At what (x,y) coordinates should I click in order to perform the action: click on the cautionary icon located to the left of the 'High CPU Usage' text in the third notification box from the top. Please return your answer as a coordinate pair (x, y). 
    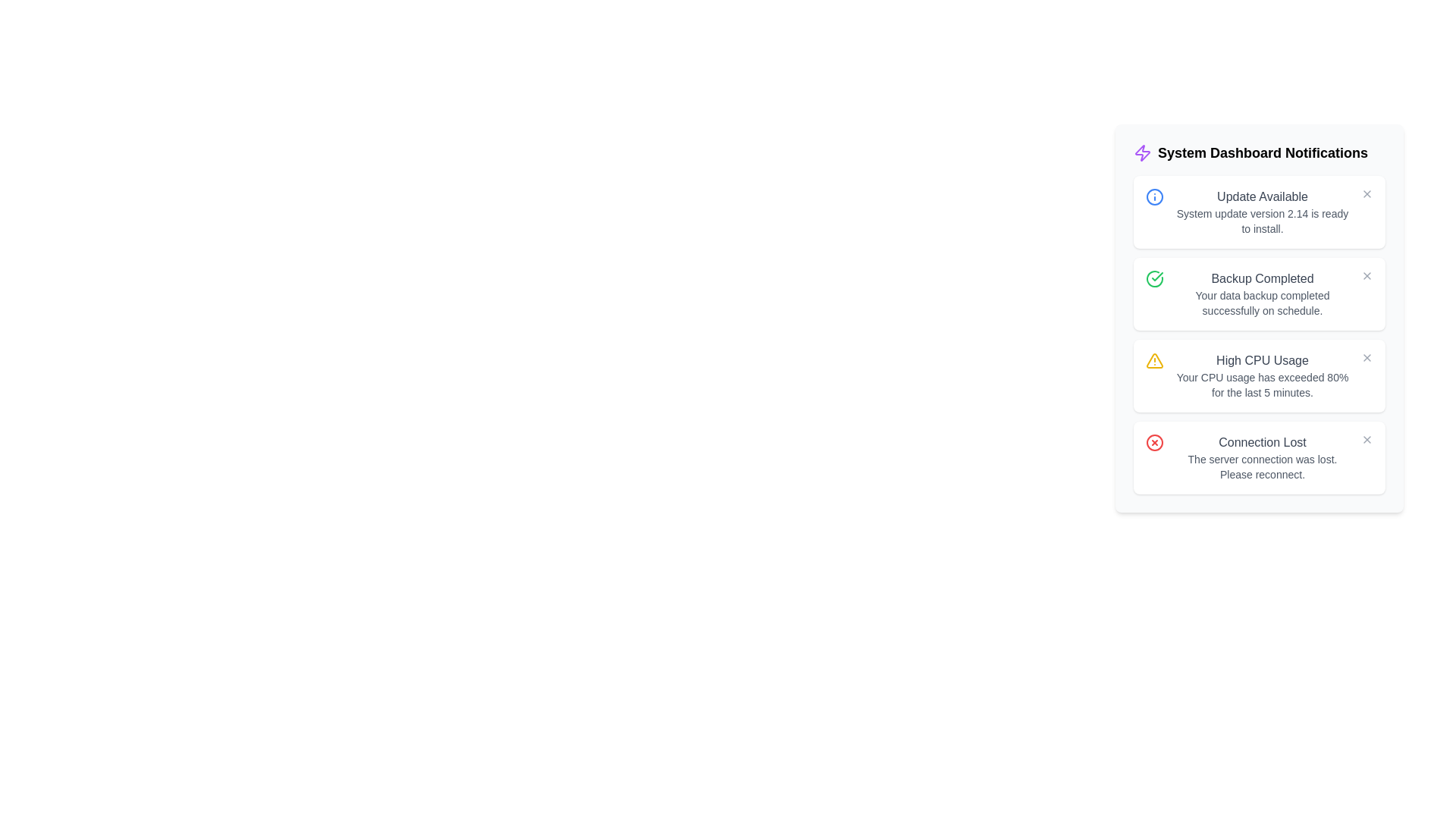
    Looking at the image, I should click on (1153, 360).